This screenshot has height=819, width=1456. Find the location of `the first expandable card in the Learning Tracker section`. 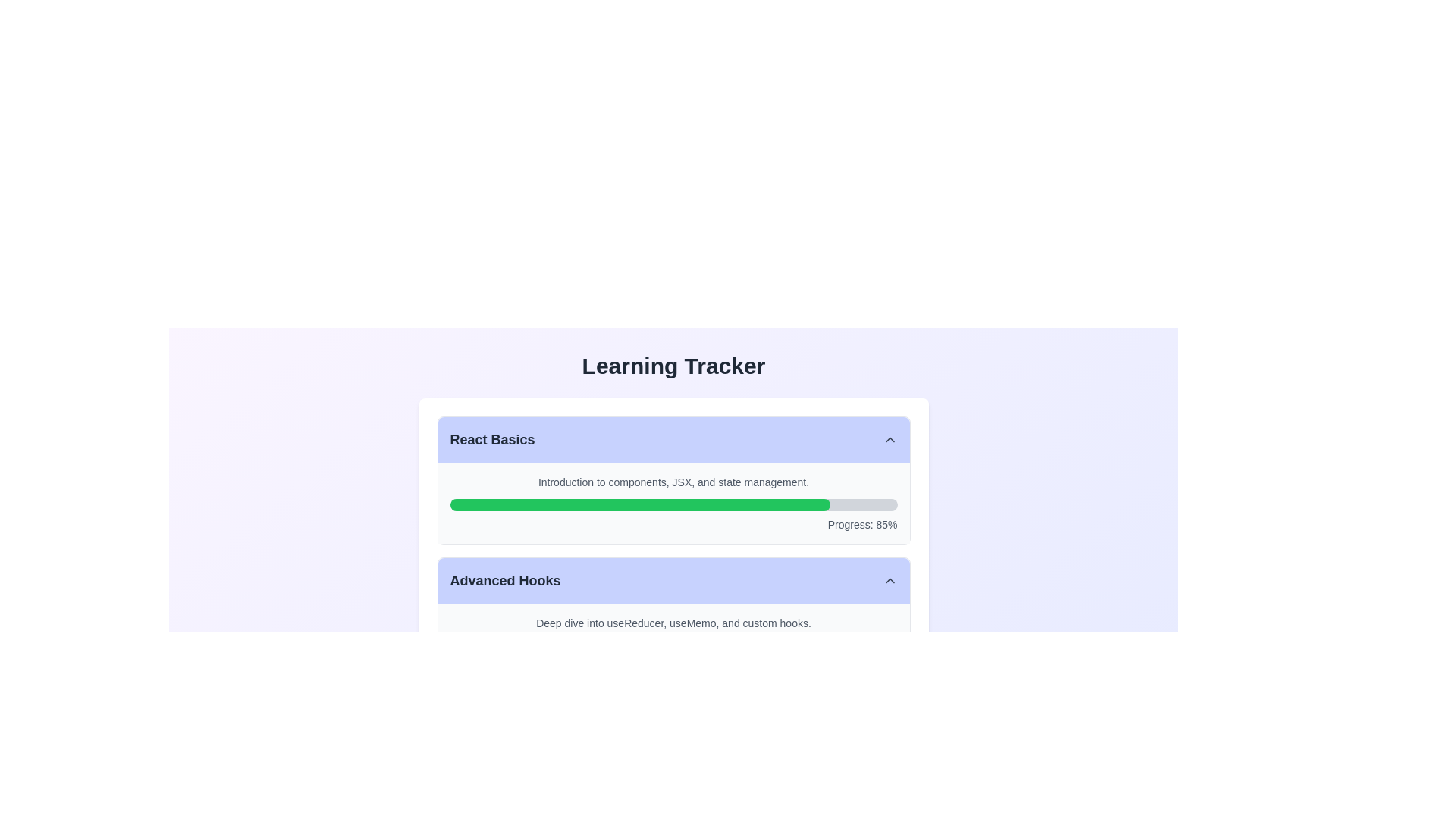

the first expandable card in the Learning Tracker section is located at coordinates (673, 480).